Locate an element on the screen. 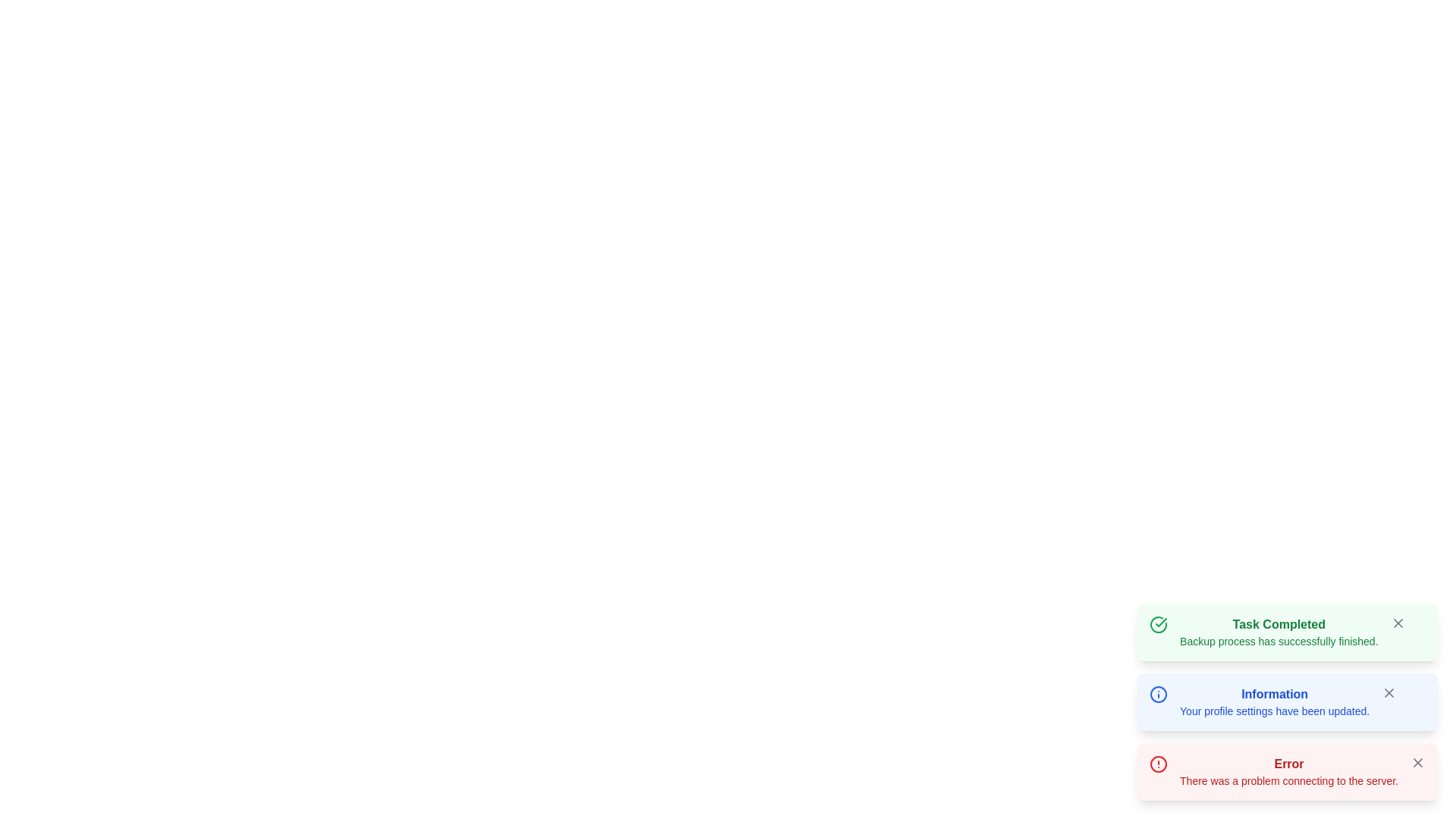  notification card indicating that a task has been successfully completed, located at the bottom-right of the interface is located at coordinates (1287, 632).